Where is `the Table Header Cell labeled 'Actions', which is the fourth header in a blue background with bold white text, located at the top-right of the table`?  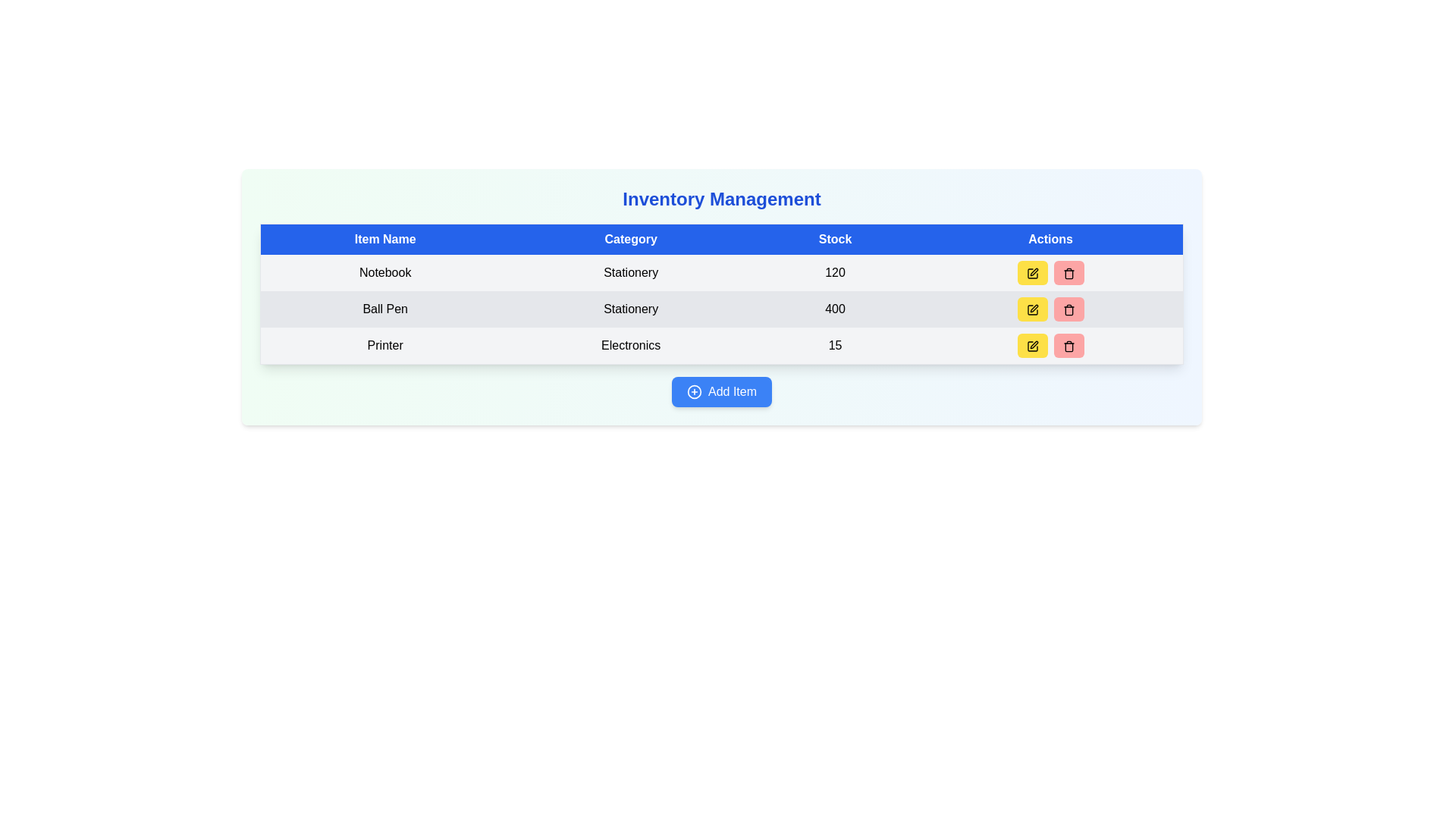
the Table Header Cell labeled 'Actions', which is the fourth header in a blue background with bold white text, located at the top-right of the table is located at coordinates (1050, 239).